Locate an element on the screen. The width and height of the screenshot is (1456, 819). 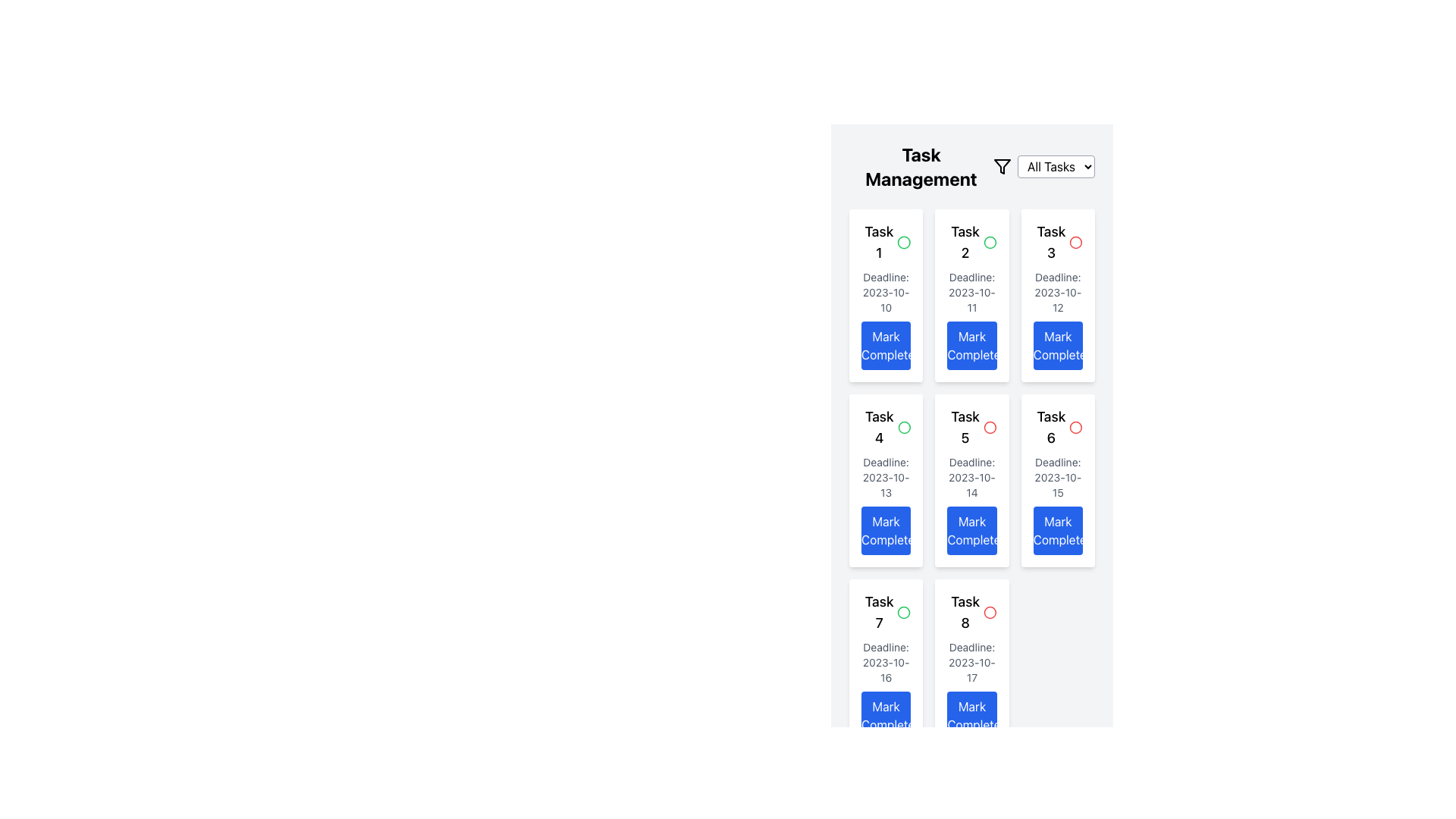
the label displaying 'Task 3', which is styled with medium font weight and is accompanied by a red circular status marker on its right is located at coordinates (1057, 242).